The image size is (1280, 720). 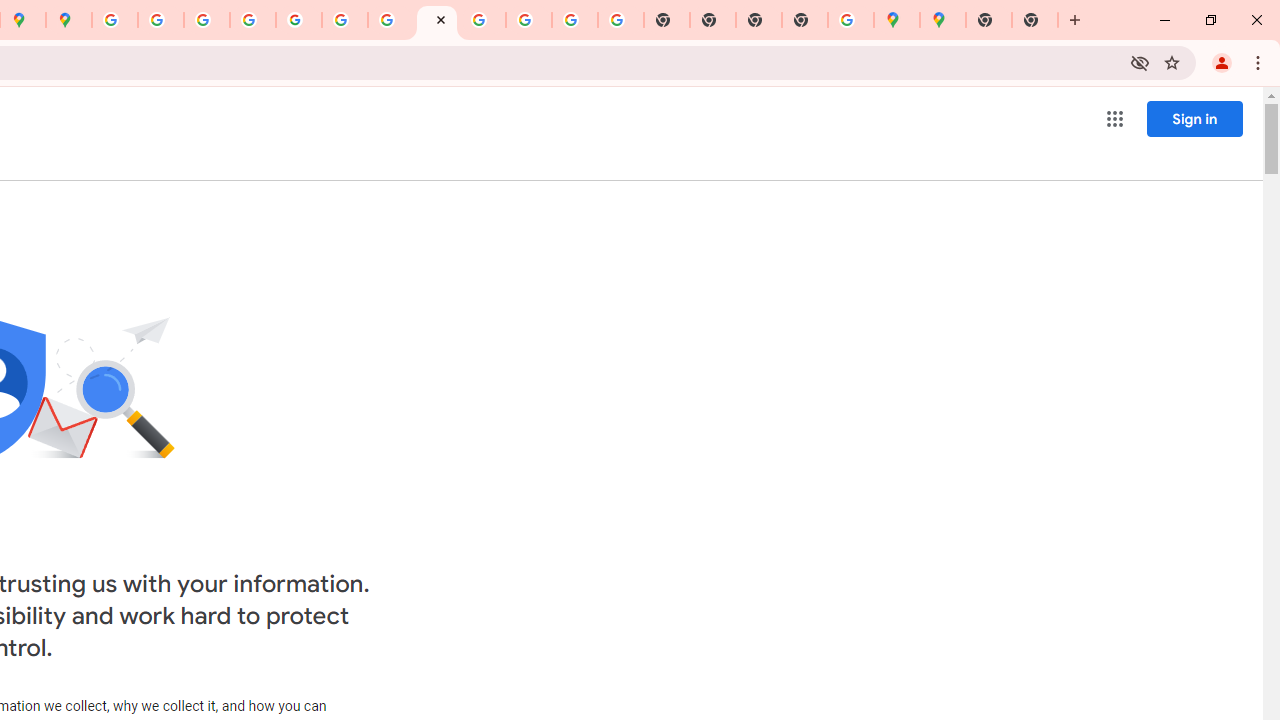 What do you see at coordinates (942, 20) in the screenshot?
I see `'Google Maps'` at bounding box center [942, 20].